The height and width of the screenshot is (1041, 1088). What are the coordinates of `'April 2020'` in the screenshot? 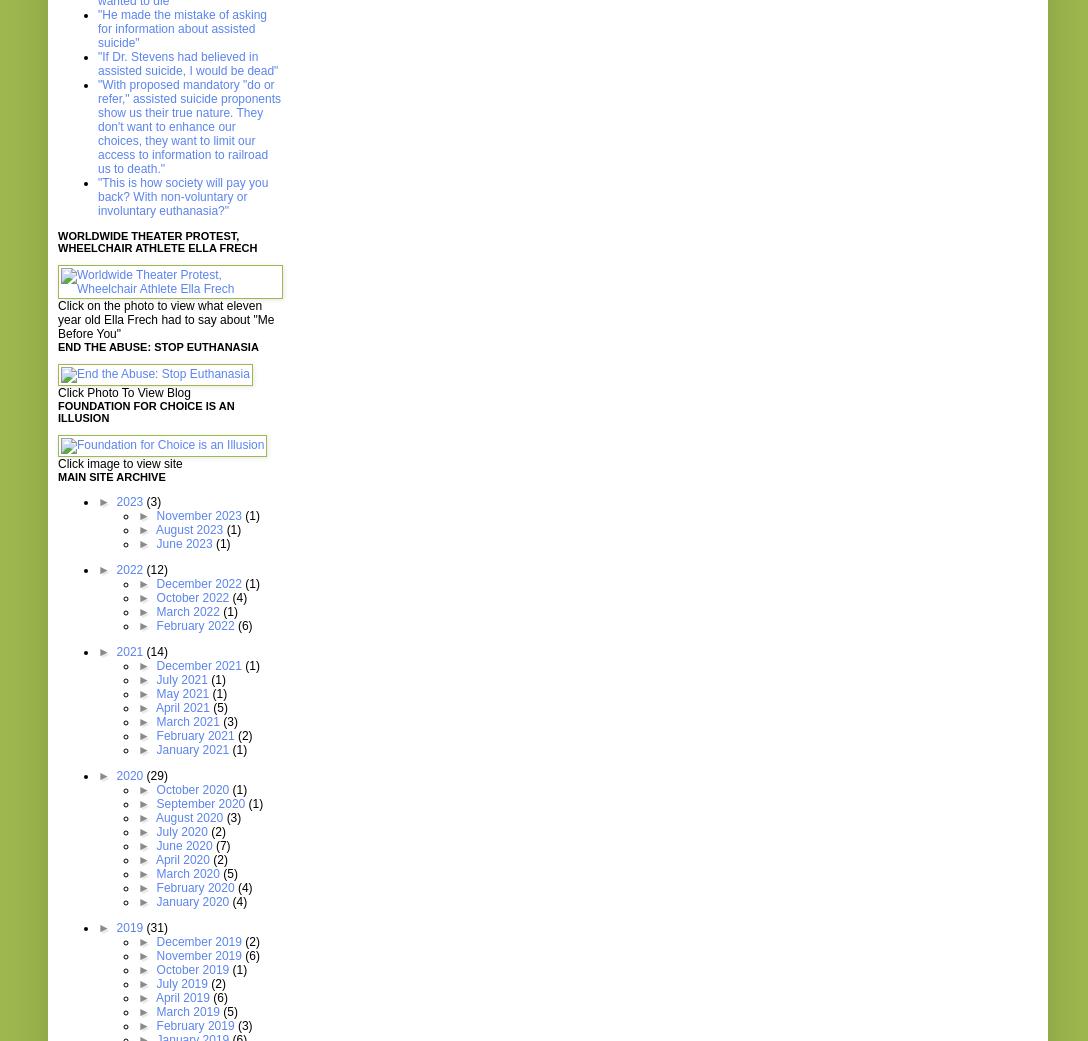 It's located at (182, 858).